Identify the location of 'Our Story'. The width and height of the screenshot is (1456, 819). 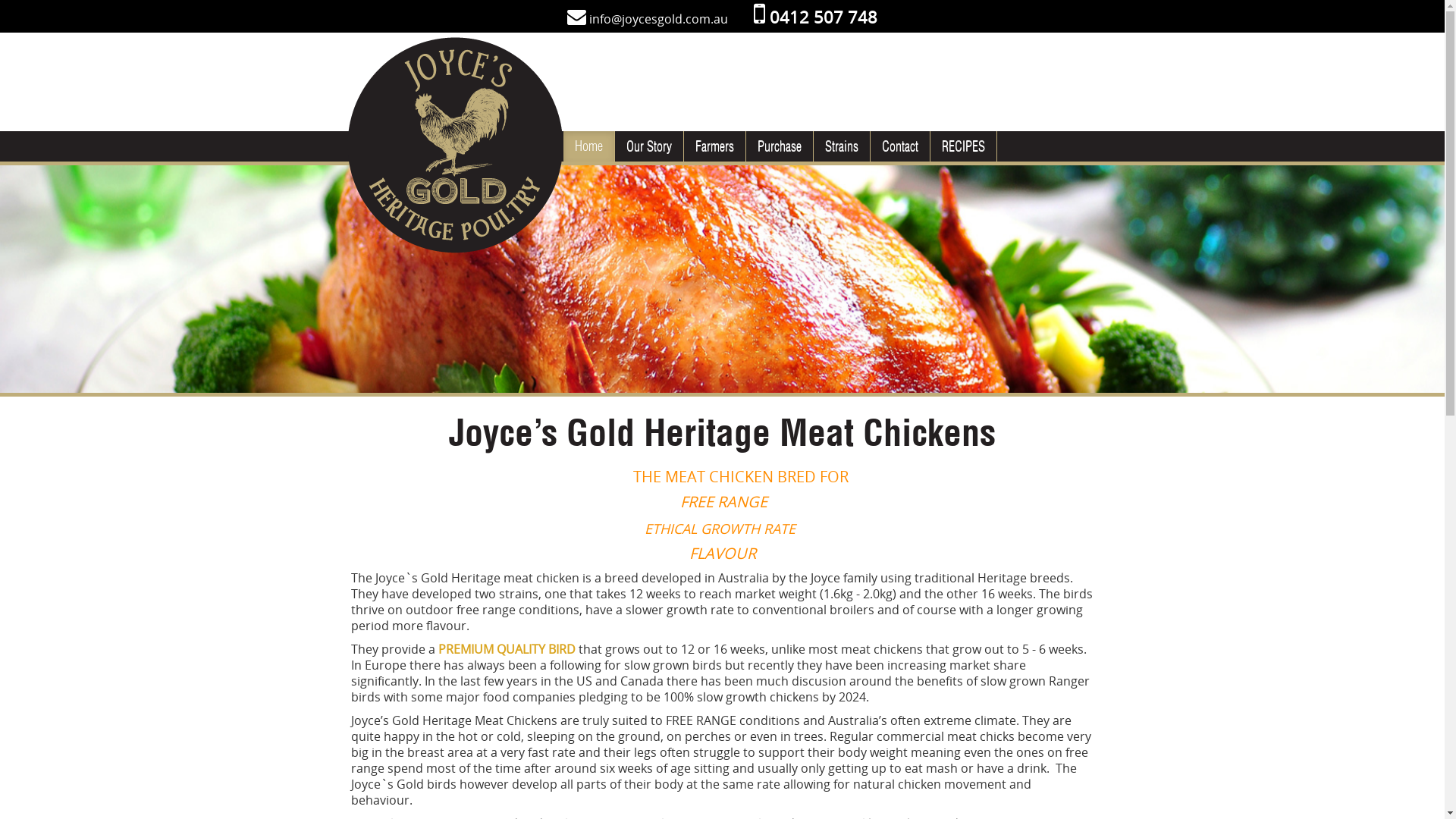
(648, 146).